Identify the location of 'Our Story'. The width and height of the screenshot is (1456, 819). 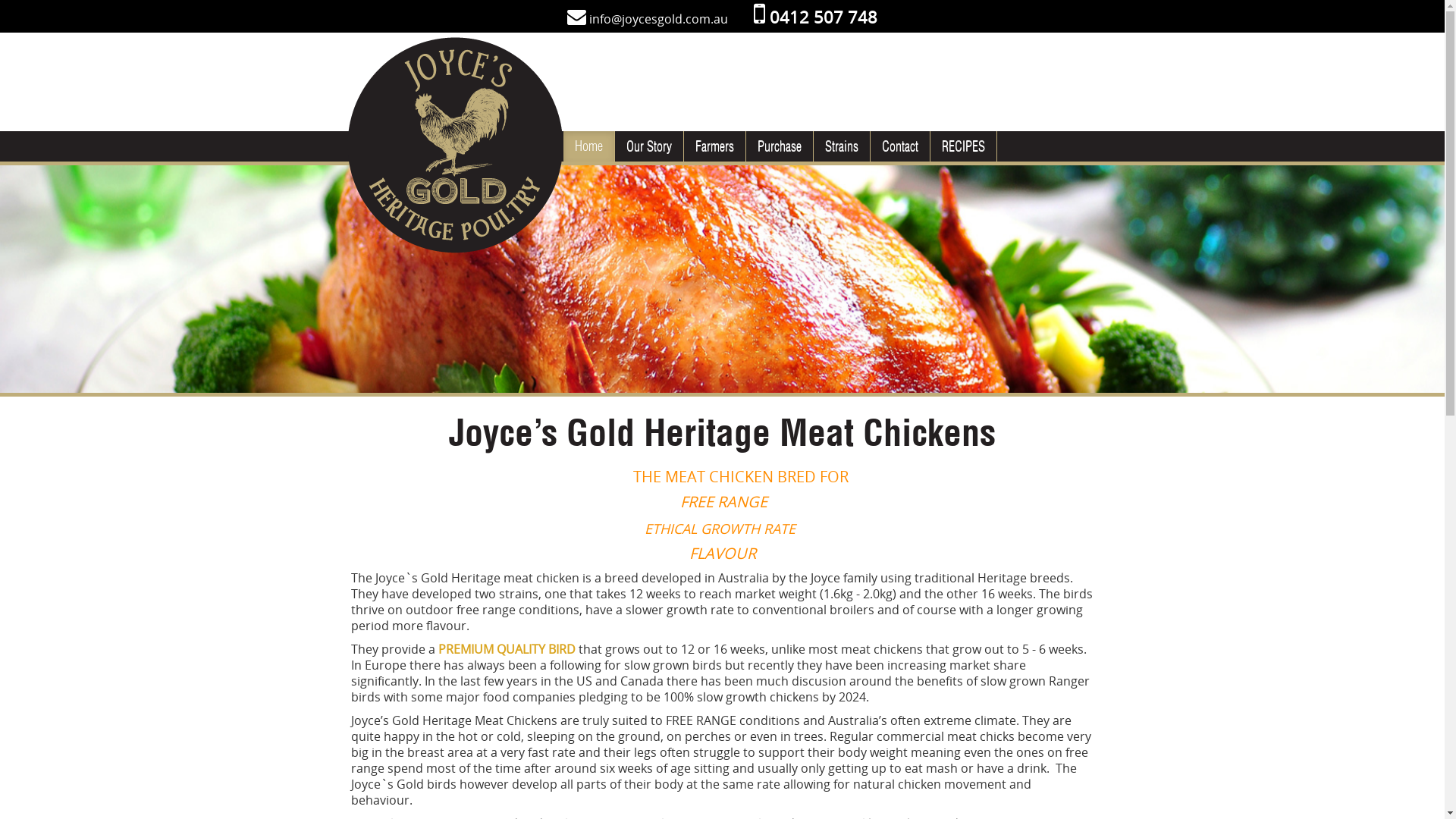
(648, 146).